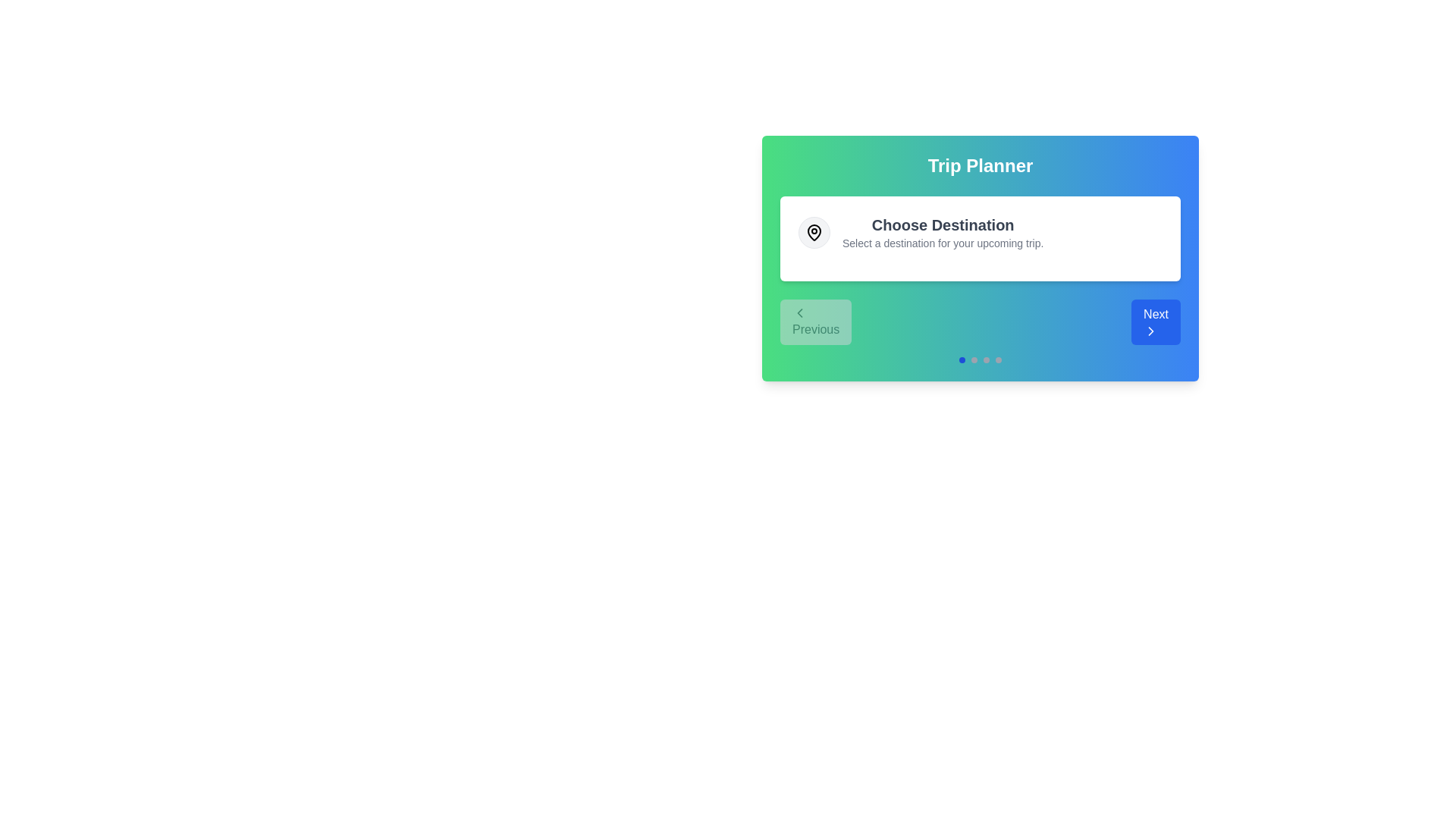 This screenshot has height=819, width=1456. I want to click on the chevron icon inside the blue 'Next' button at the bottom-right corner of the card, so click(1151, 330).